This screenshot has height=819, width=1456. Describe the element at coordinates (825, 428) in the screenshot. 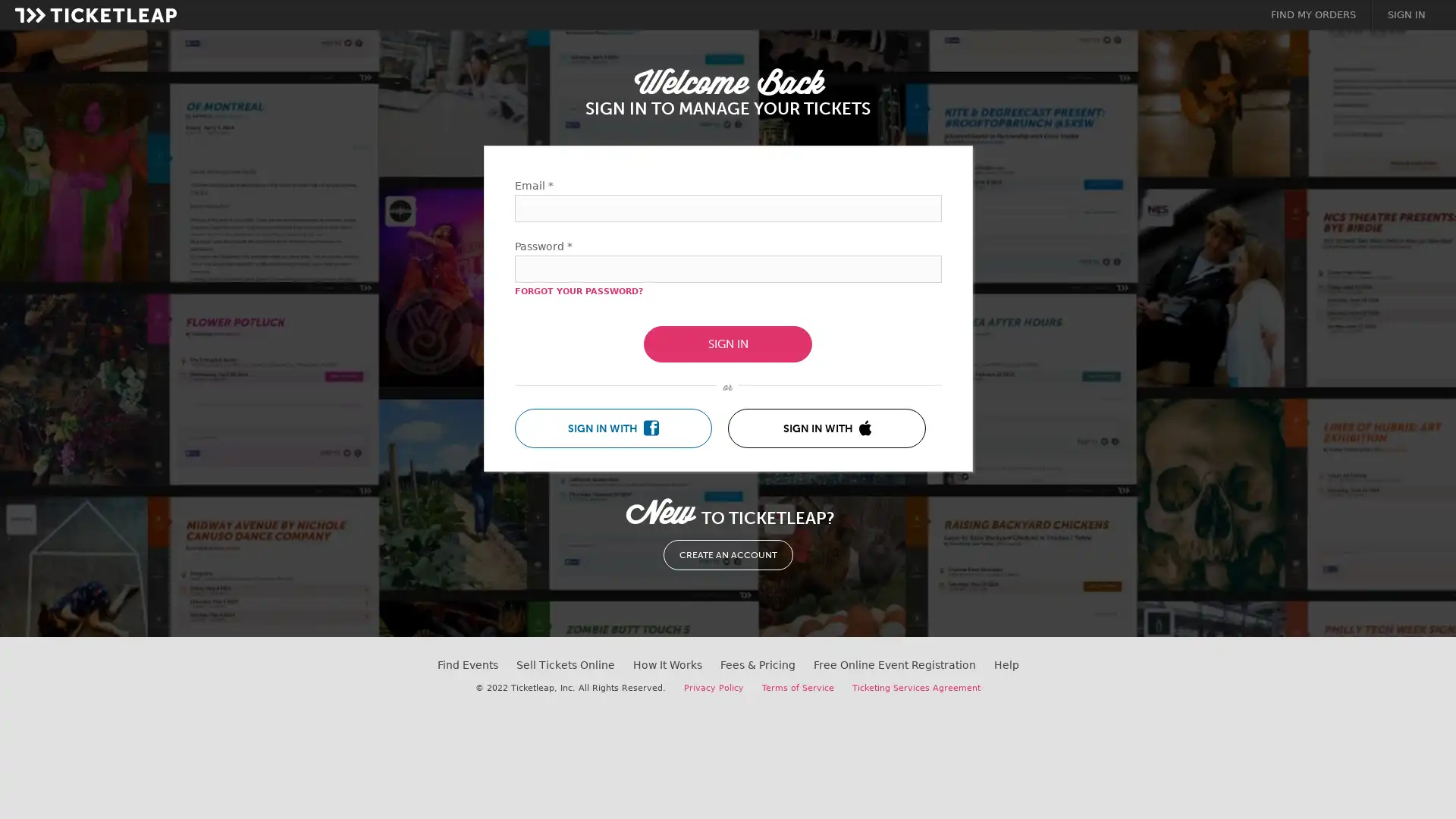

I see `SIGN IN WITH` at that location.